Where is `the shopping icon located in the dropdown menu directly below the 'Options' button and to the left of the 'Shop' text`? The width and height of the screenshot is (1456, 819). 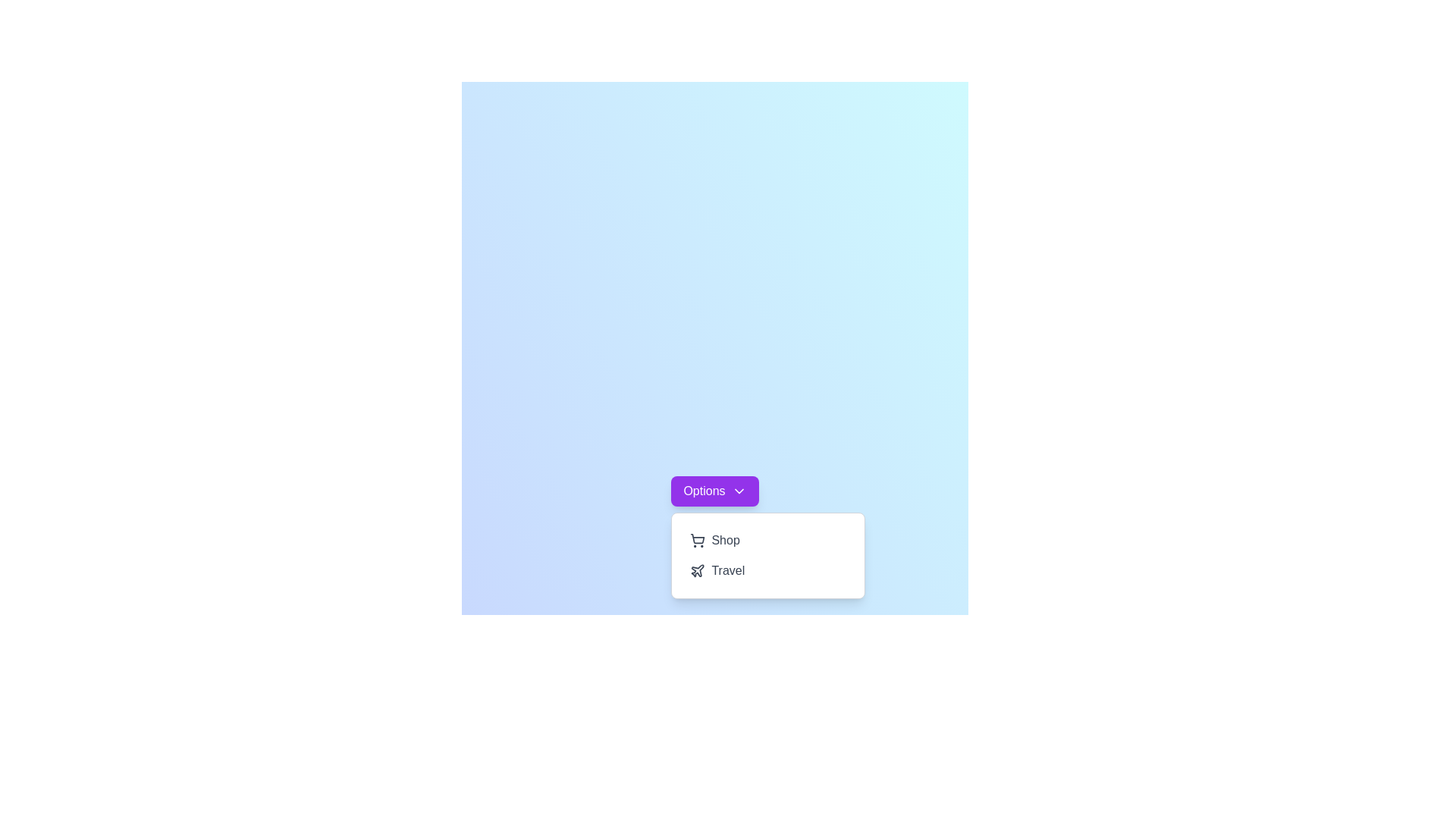
the shopping icon located in the dropdown menu directly below the 'Options' button and to the left of the 'Shop' text is located at coordinates (697, 538).